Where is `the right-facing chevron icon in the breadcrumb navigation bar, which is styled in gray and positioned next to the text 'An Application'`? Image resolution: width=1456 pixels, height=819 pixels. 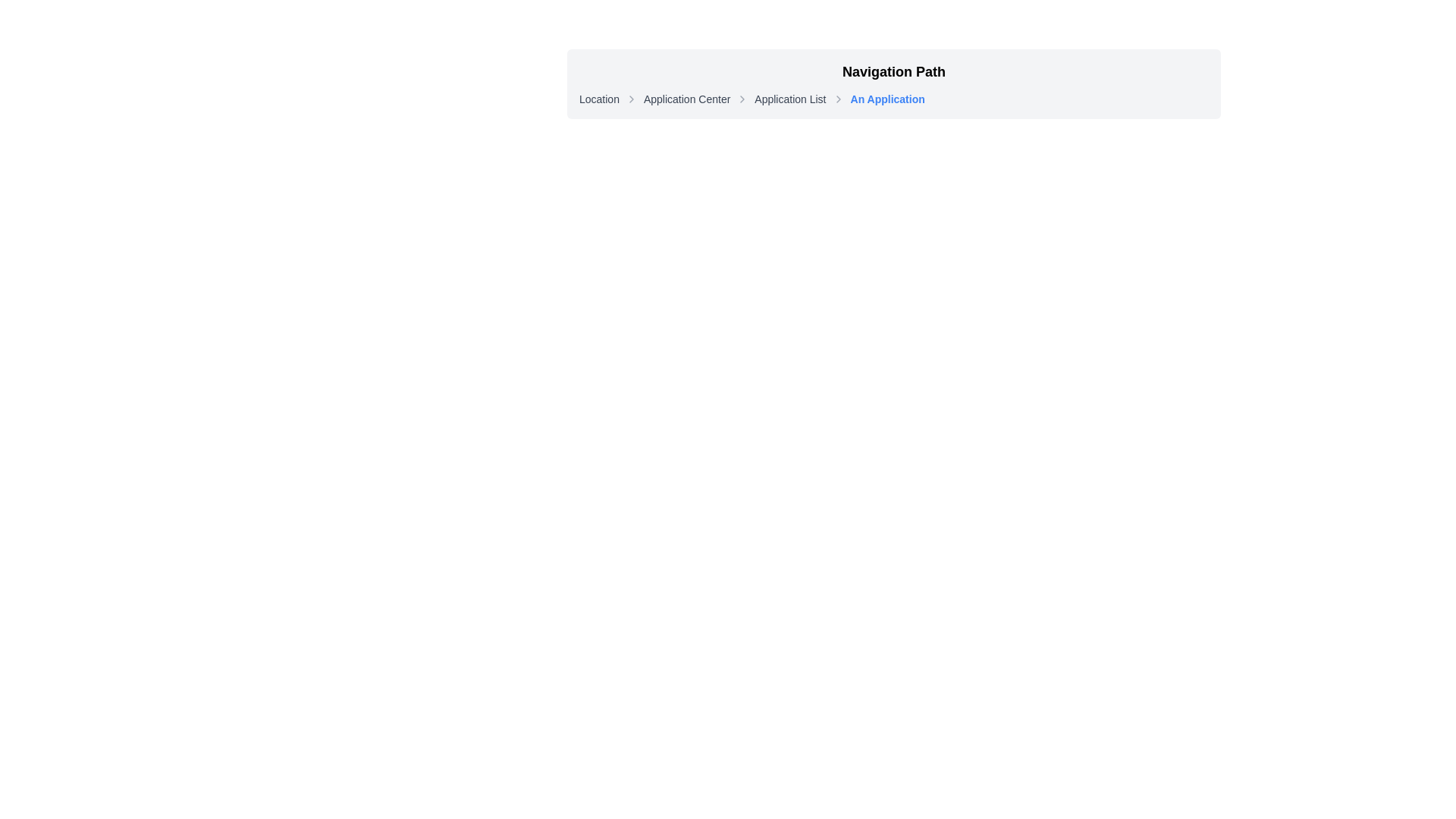
the right-facing chevron icon in the breadcrumb navigation bar, which is styled in gray and positioned next to the text 'An Application' is located at coordinates (837, 99).